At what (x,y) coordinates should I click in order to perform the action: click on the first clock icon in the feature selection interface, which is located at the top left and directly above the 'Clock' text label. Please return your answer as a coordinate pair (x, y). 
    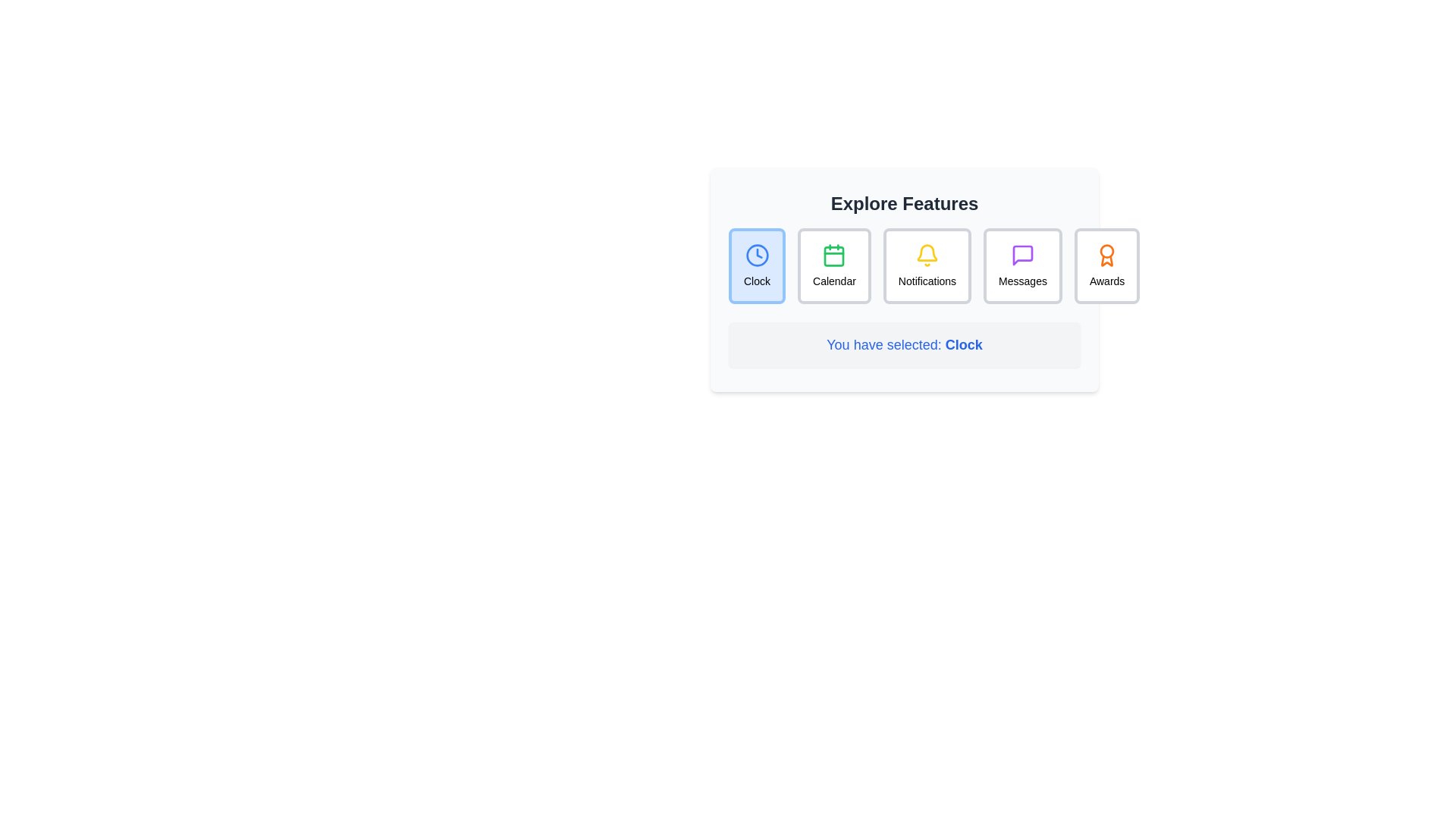
    Looking at the image, I should click on (757, 254).